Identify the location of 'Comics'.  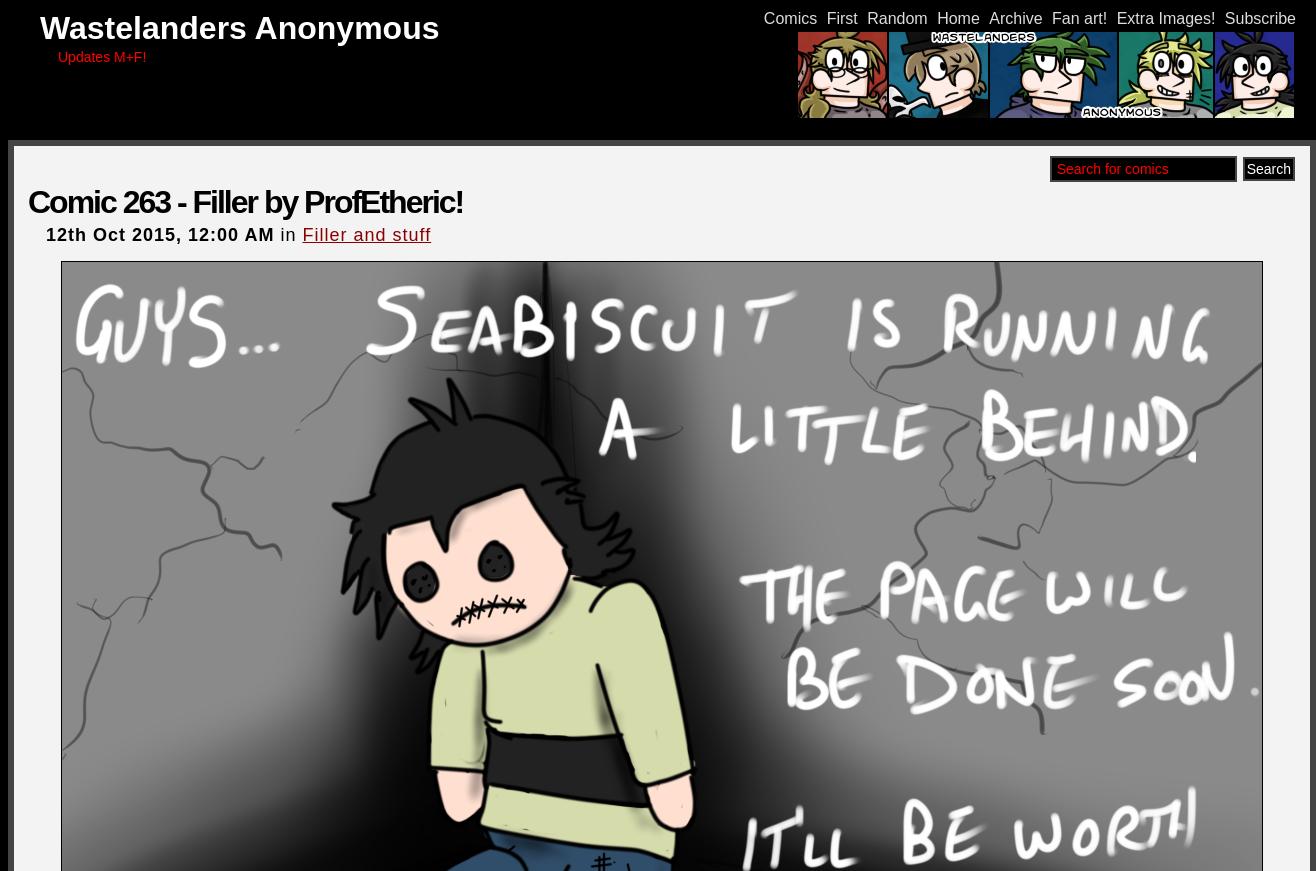
(789, 17).